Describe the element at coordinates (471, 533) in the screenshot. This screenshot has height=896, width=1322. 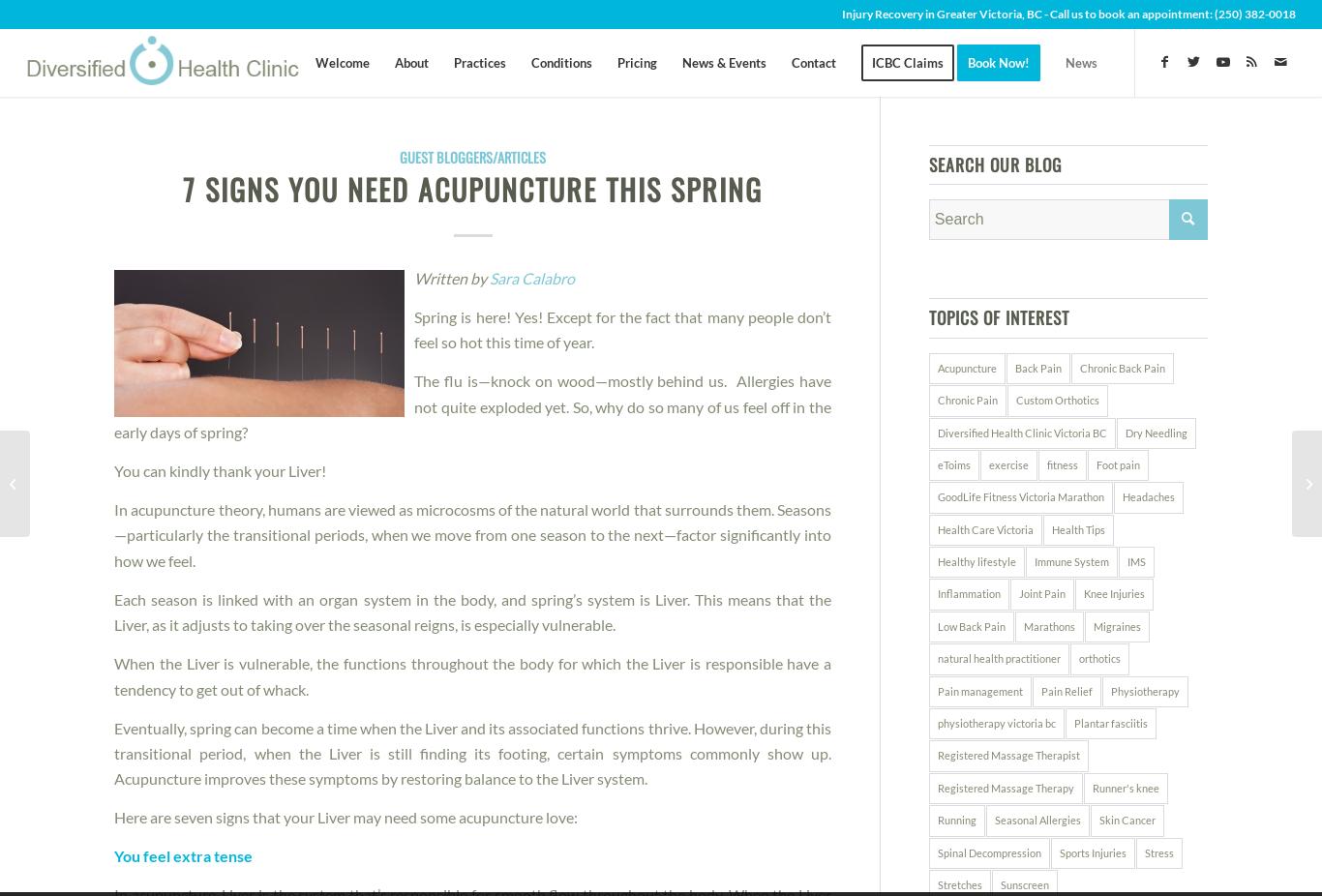
I see `'In acupuncture theory, humans are viewed as microcosms of the natural world that surrounds them. Seasons—particularly the transitional periods, when we move from one season to the next—factor significantly into how we feel.'` at that location.